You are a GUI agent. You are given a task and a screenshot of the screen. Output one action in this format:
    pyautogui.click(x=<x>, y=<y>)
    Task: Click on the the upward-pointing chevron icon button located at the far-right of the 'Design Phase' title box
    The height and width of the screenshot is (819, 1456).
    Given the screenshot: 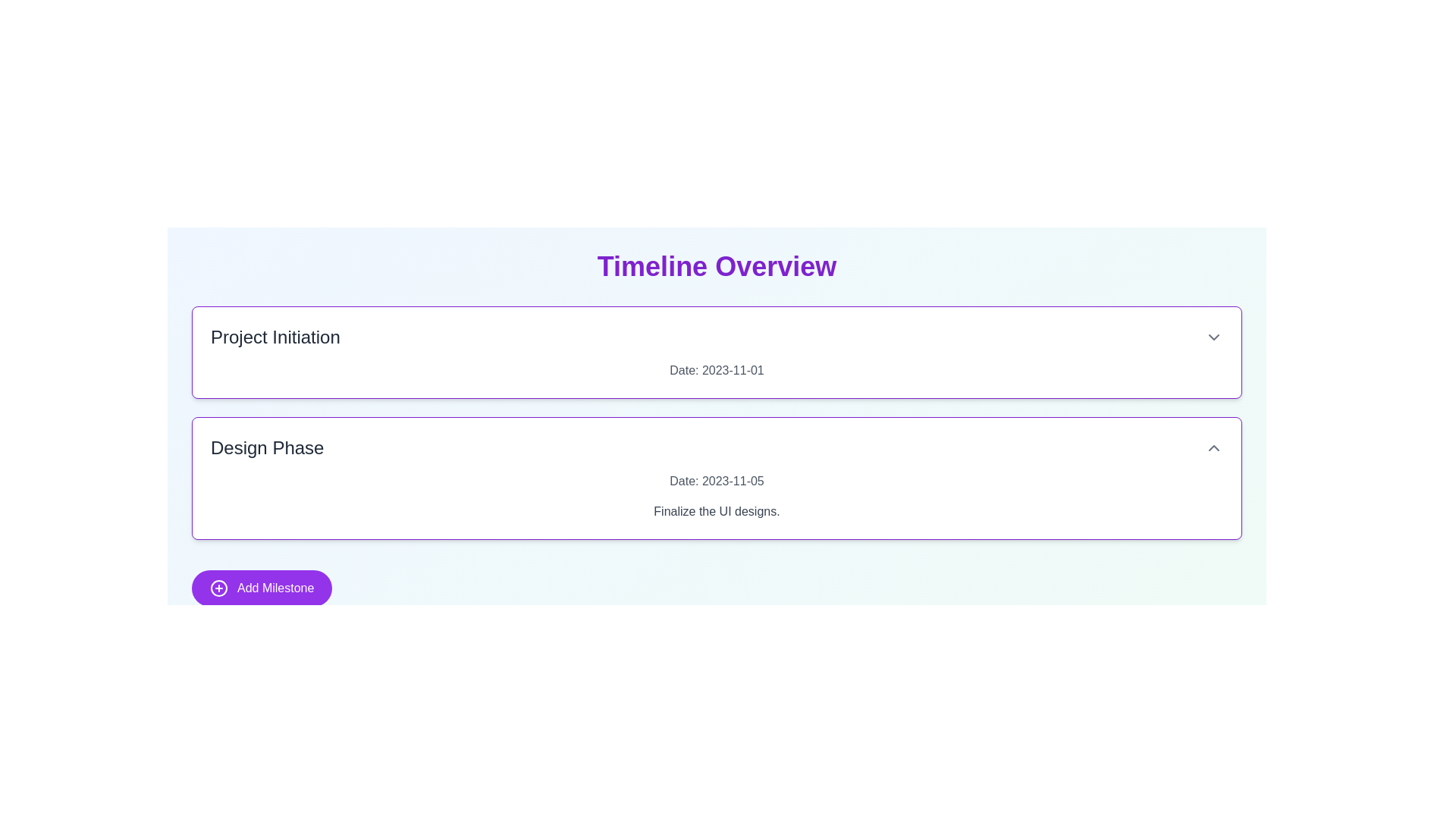 What is the action you would take?
    pyautogui.click(x=1214, y=447)
    